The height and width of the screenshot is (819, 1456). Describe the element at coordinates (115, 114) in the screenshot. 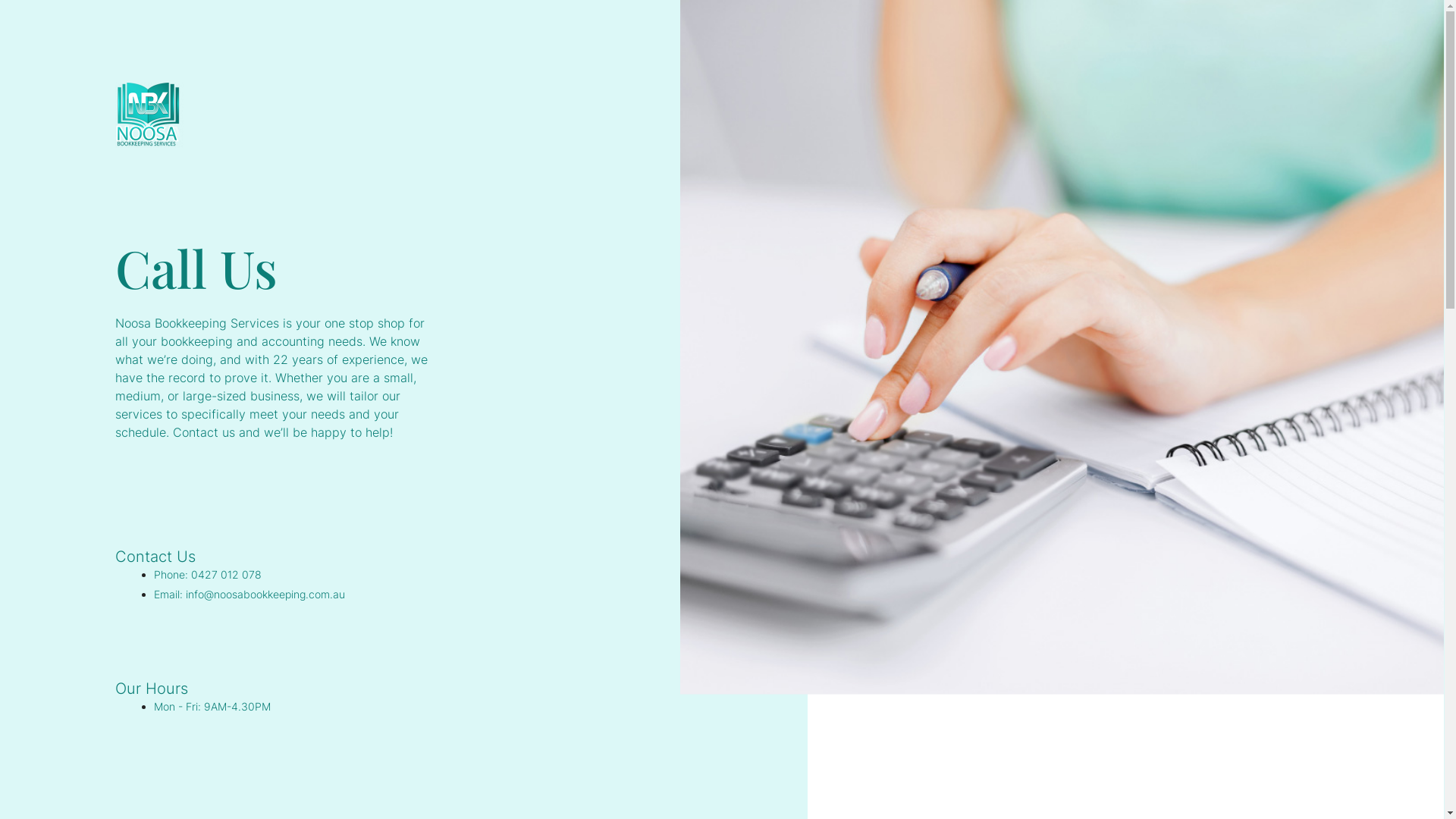

I see `'Noosa-Bookkeeping-Services-copy'` at that location.